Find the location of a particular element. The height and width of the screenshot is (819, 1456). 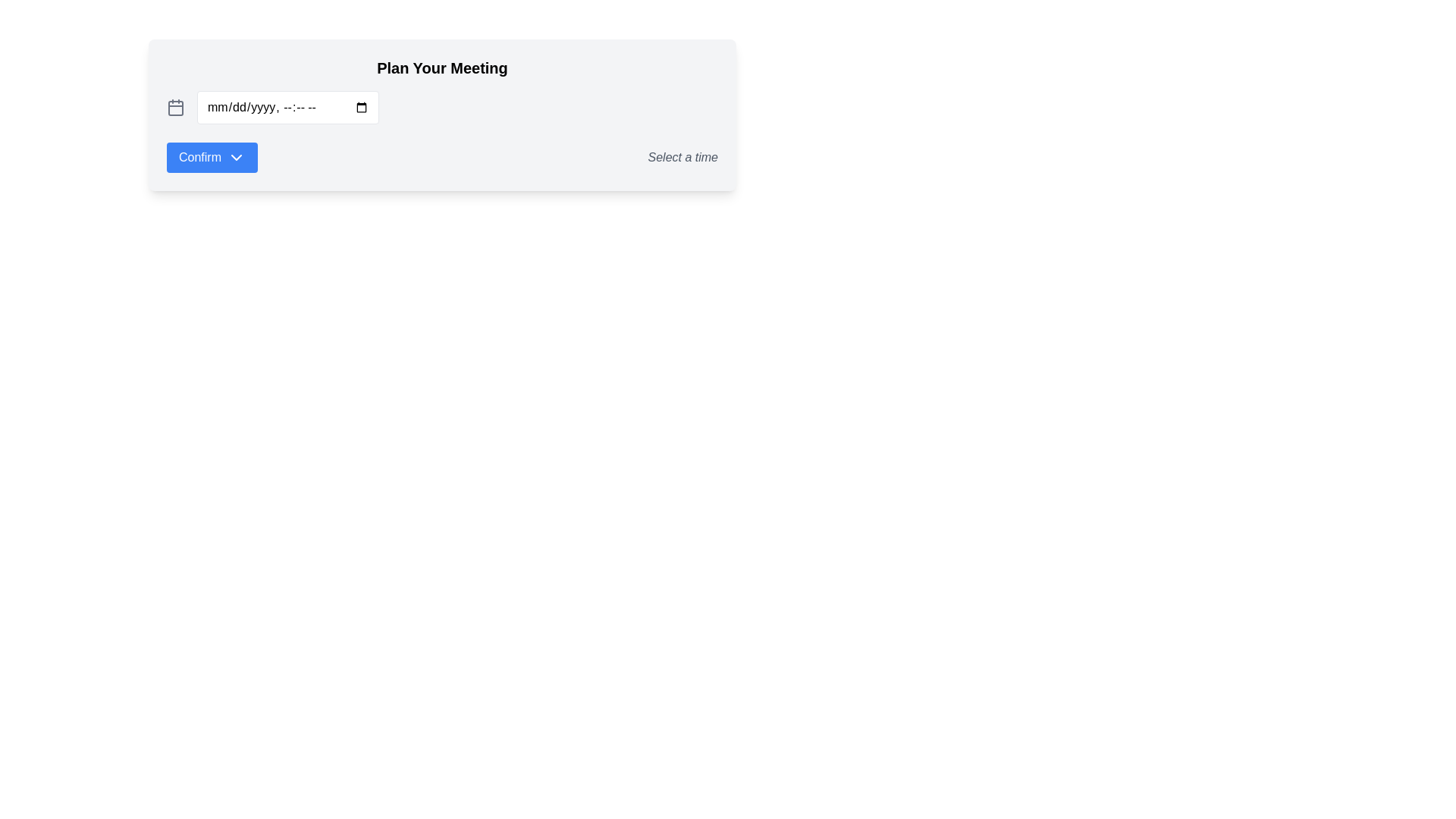

the static text label at the top of the interface, which serves as a title or heading for the content below it is located at coordinates (441, 67).